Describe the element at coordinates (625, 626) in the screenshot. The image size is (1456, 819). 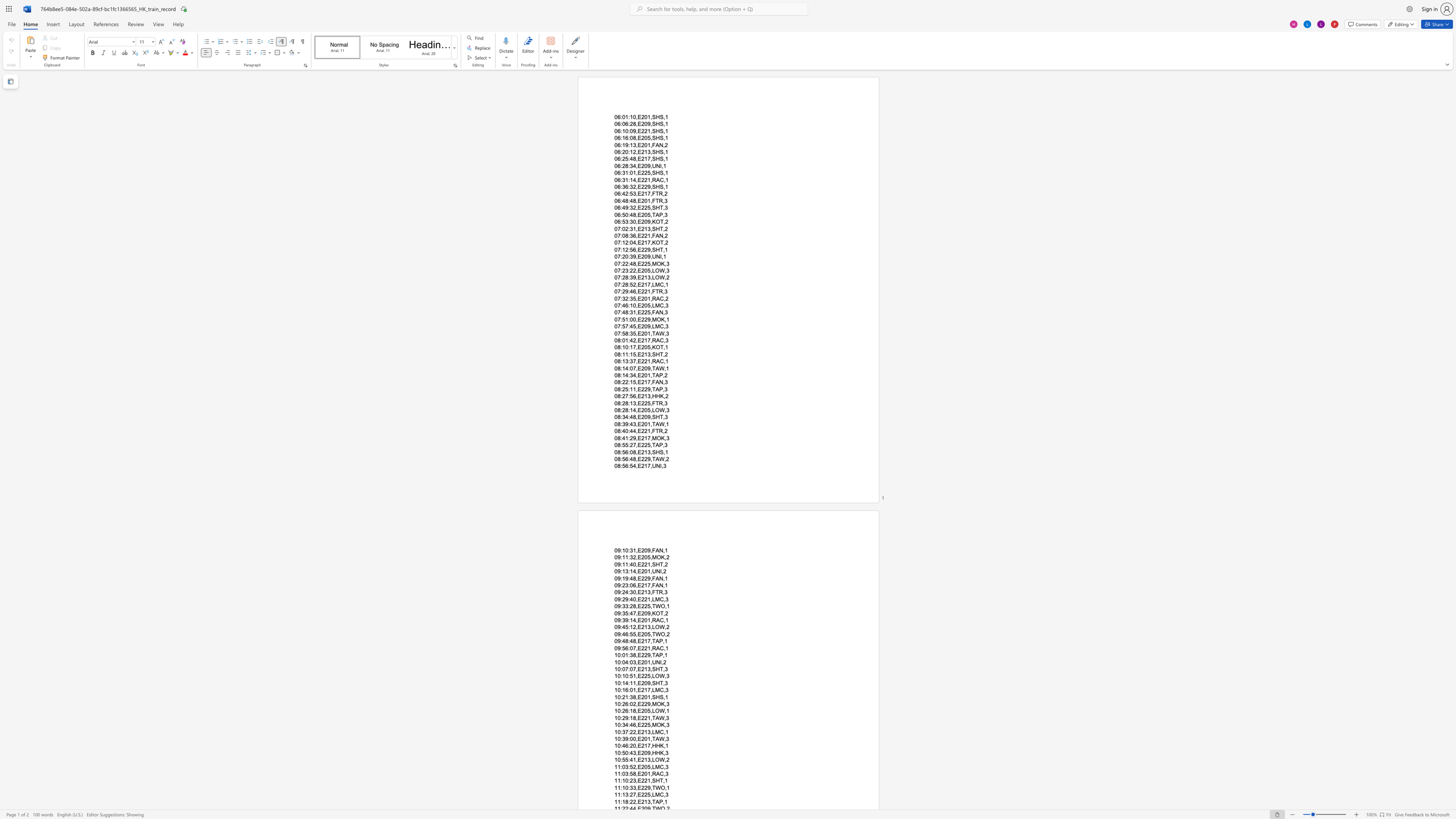
I see `the subset text "5:12,E213," within the text "09:45:12,E213,LOW,2"` at that location.